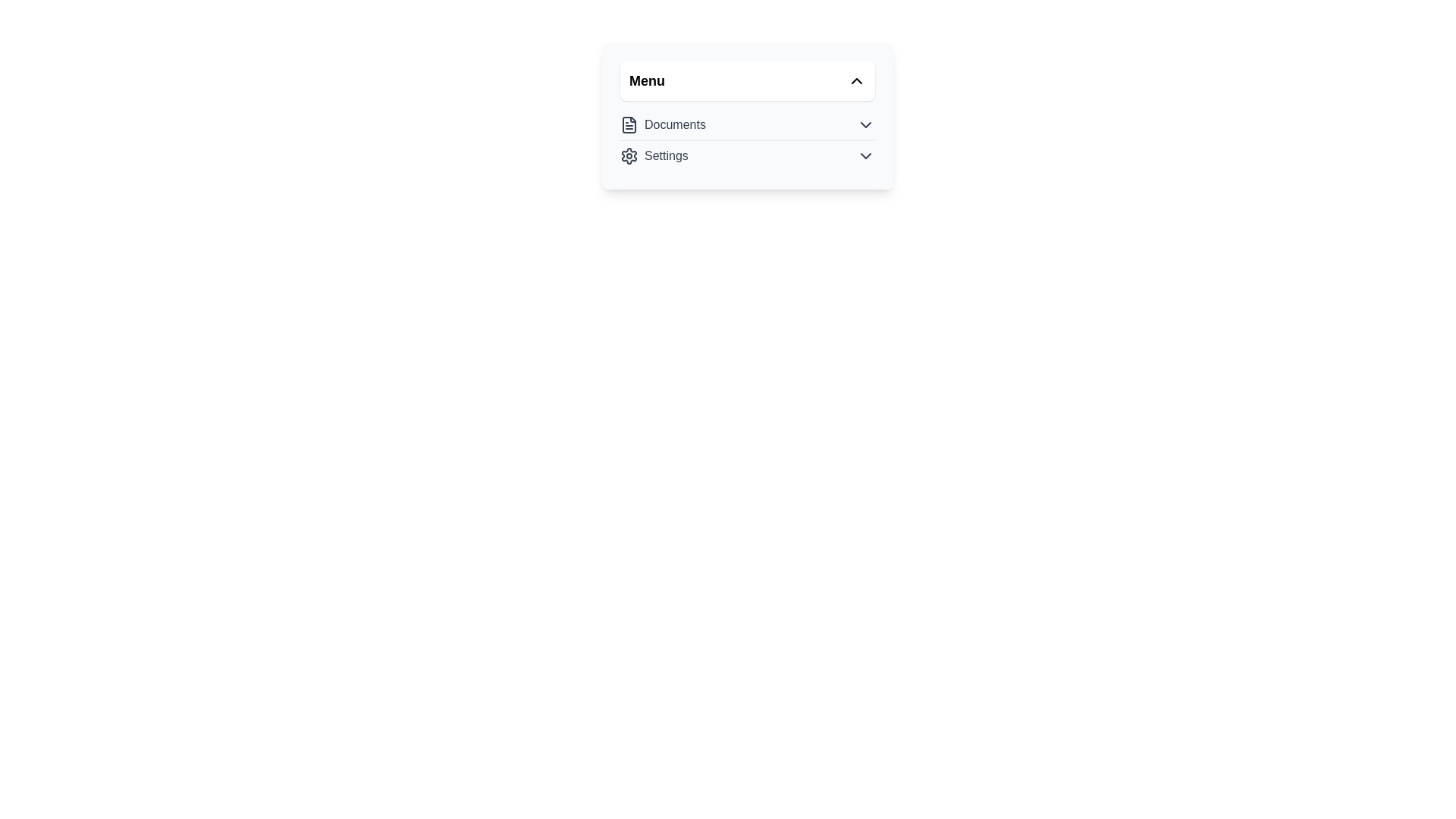 Image resolution: width=1456 pixels, height=819 pixels. What do you see at coordinates (629, 155) in the screenshot?
I see `the settings icon located to the left of the 'Settings' label in the dropdown menu` at bounding box center [629, 155].